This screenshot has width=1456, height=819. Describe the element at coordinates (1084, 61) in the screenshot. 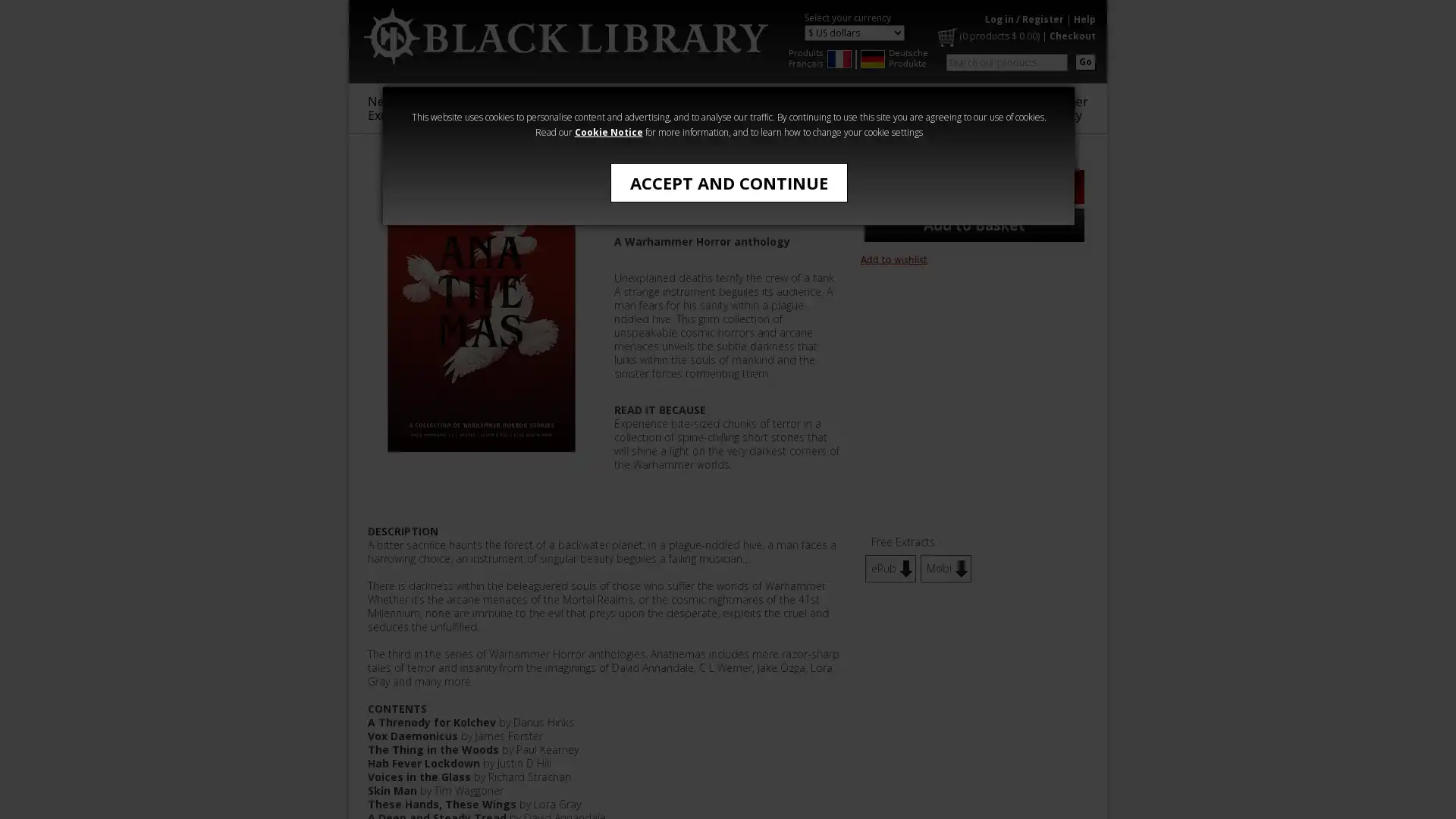

I see `Go` at that location.